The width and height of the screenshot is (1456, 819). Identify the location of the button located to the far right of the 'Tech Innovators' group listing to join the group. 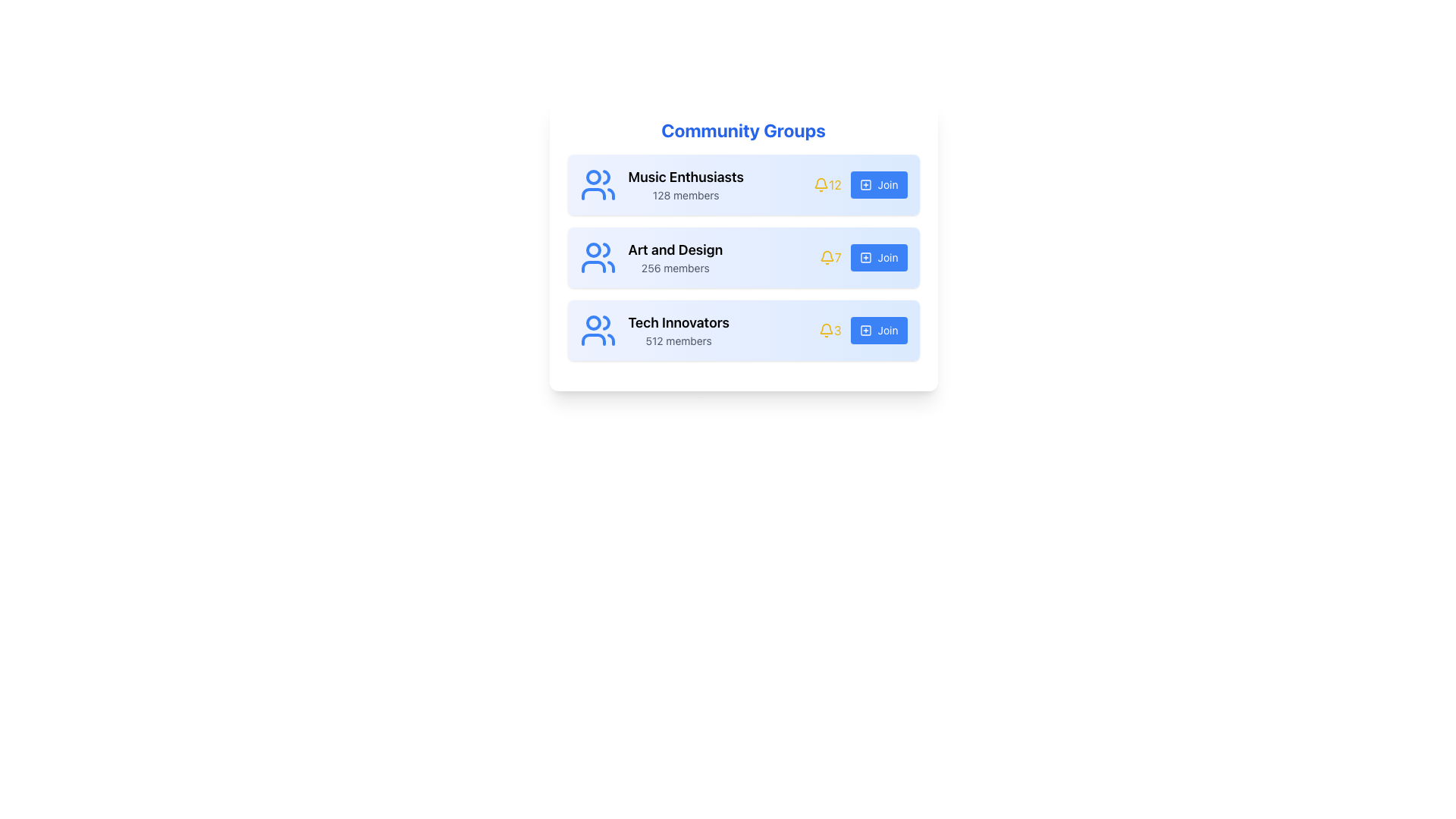
(863, 329).